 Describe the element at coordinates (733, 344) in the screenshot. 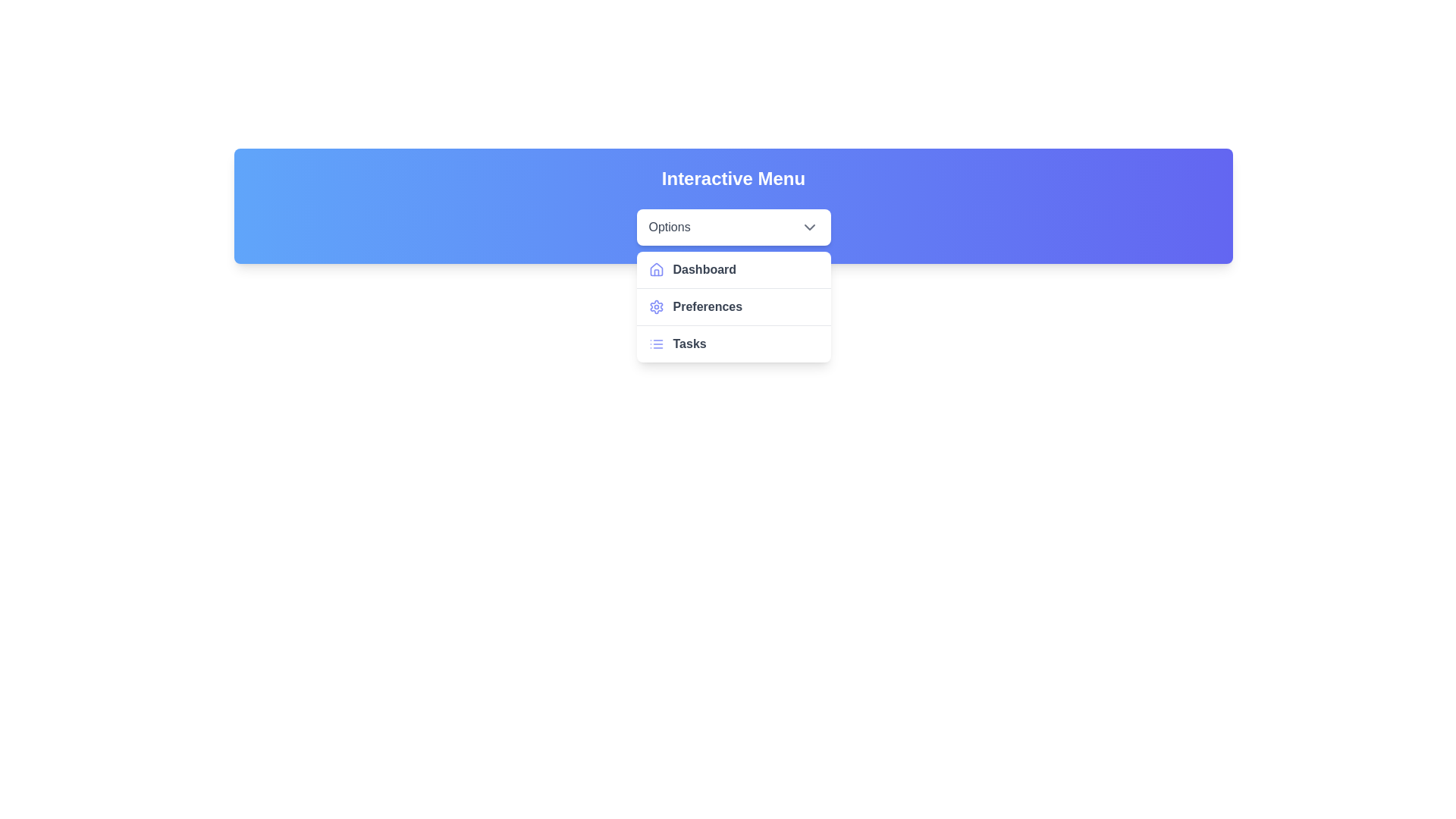

I see `the 'Tasks' menu option, which is the third item in the dropdown menu` at that location.